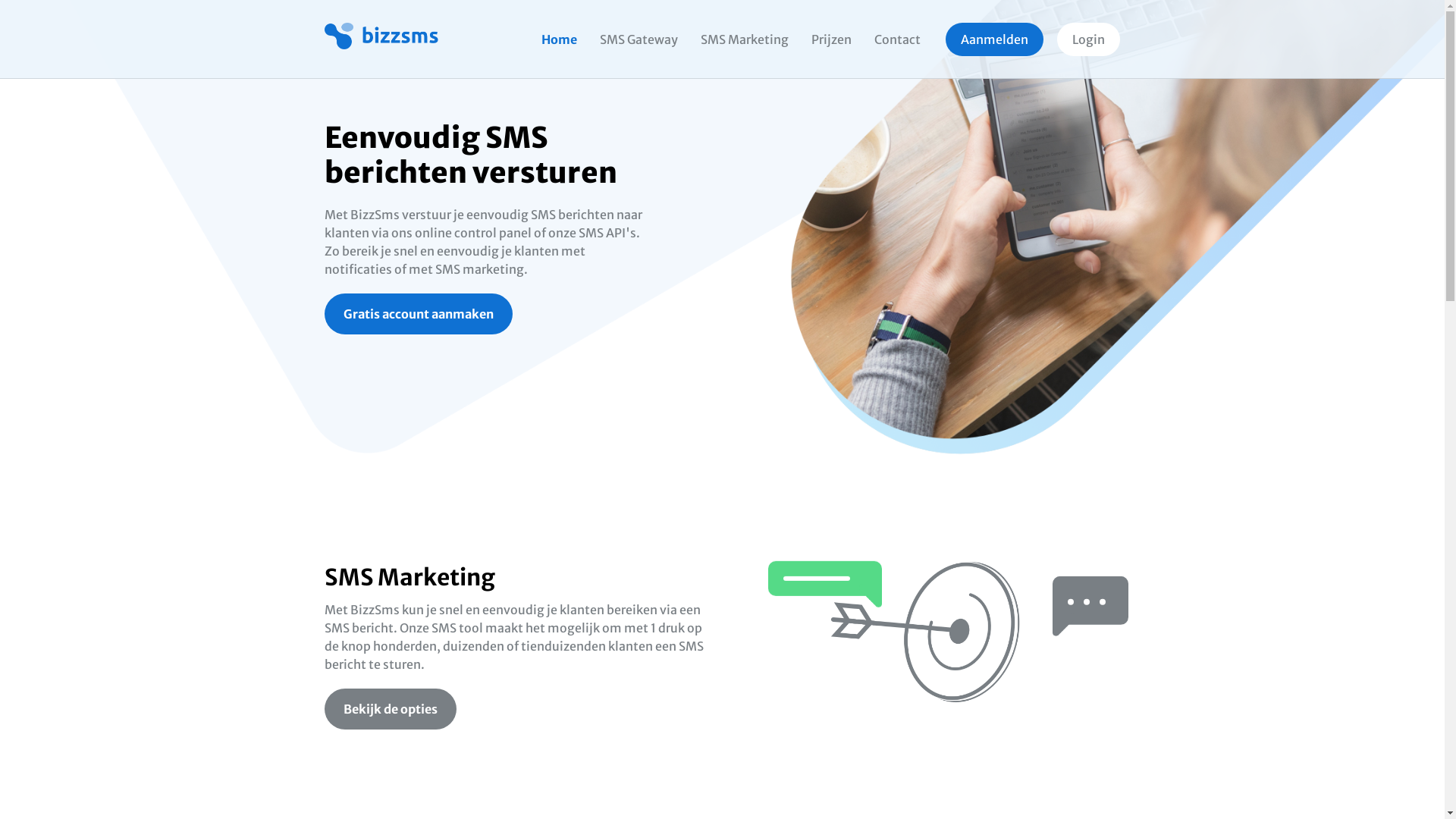 This screenshot has height=819, width=1456. I want to click on 'Bekijk de opties', so click(323, 708).